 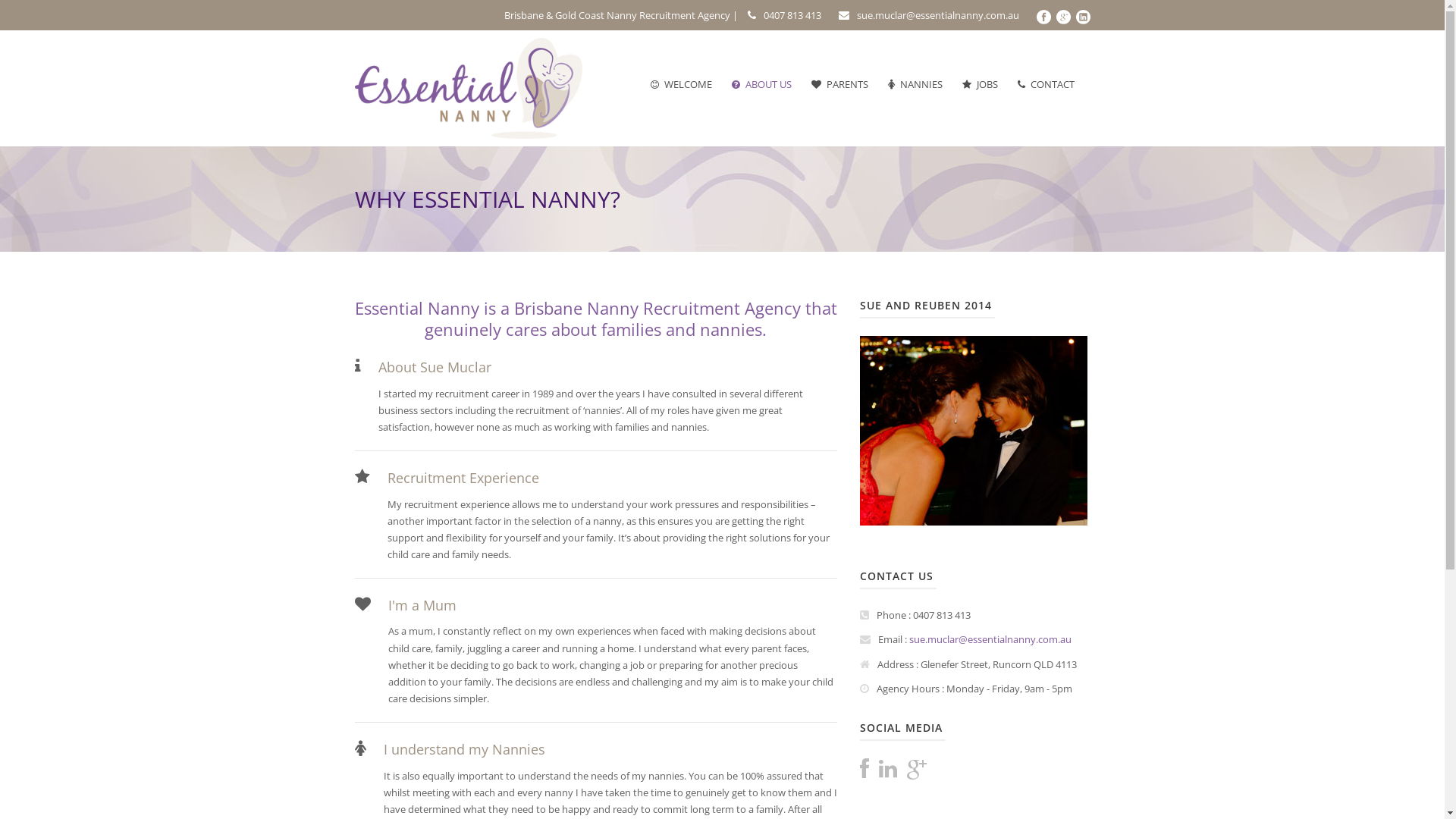 I want to click on 'sue.muclar@essentialnanny.com.au', so click(x=937, y=14).